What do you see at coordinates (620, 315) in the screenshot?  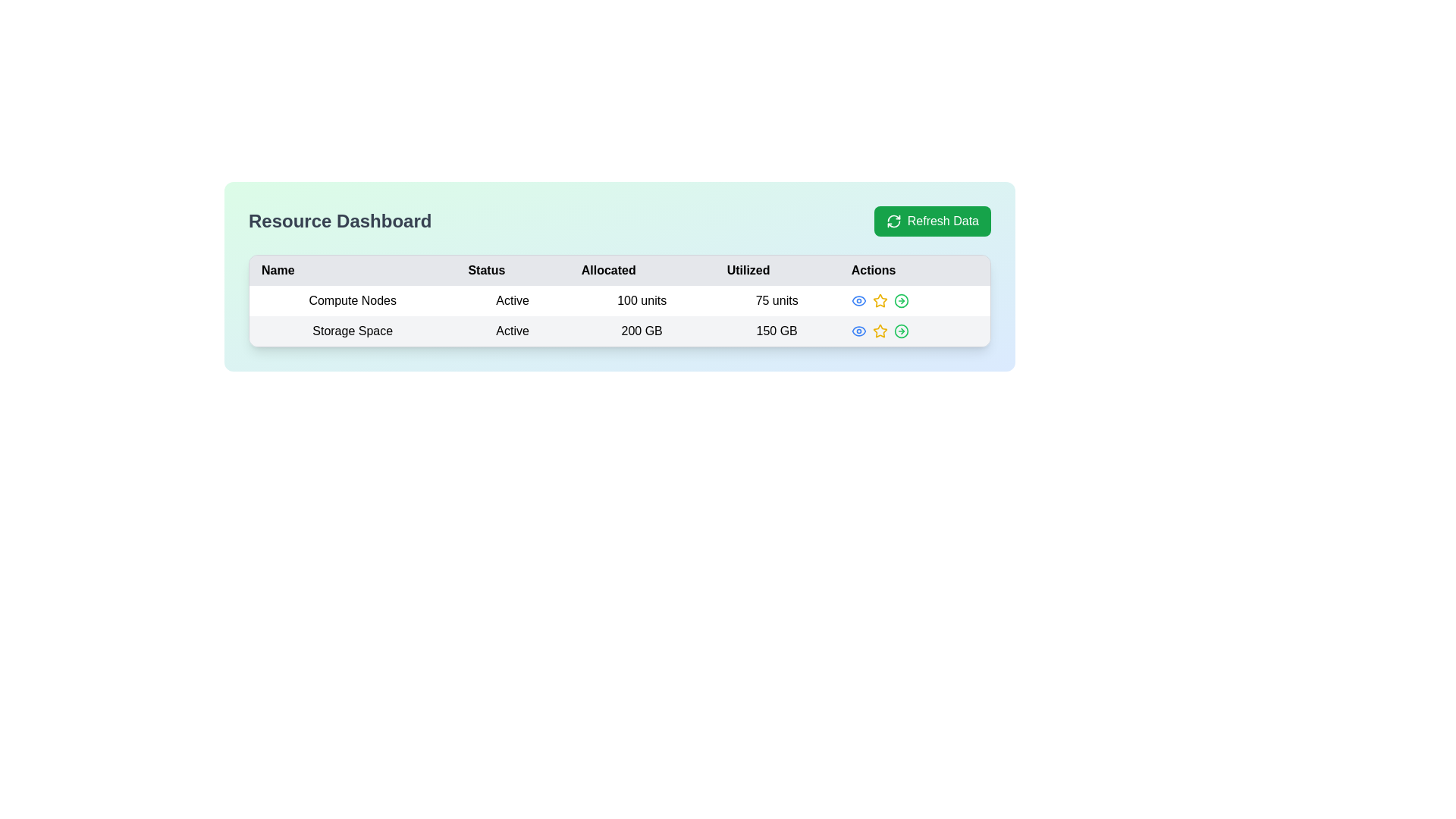 I see `details displayed in the first table row containing 'Compute Nodes', 'Active', '100 units', '75 units', and interactive icons` at bounding box center [620, 315].